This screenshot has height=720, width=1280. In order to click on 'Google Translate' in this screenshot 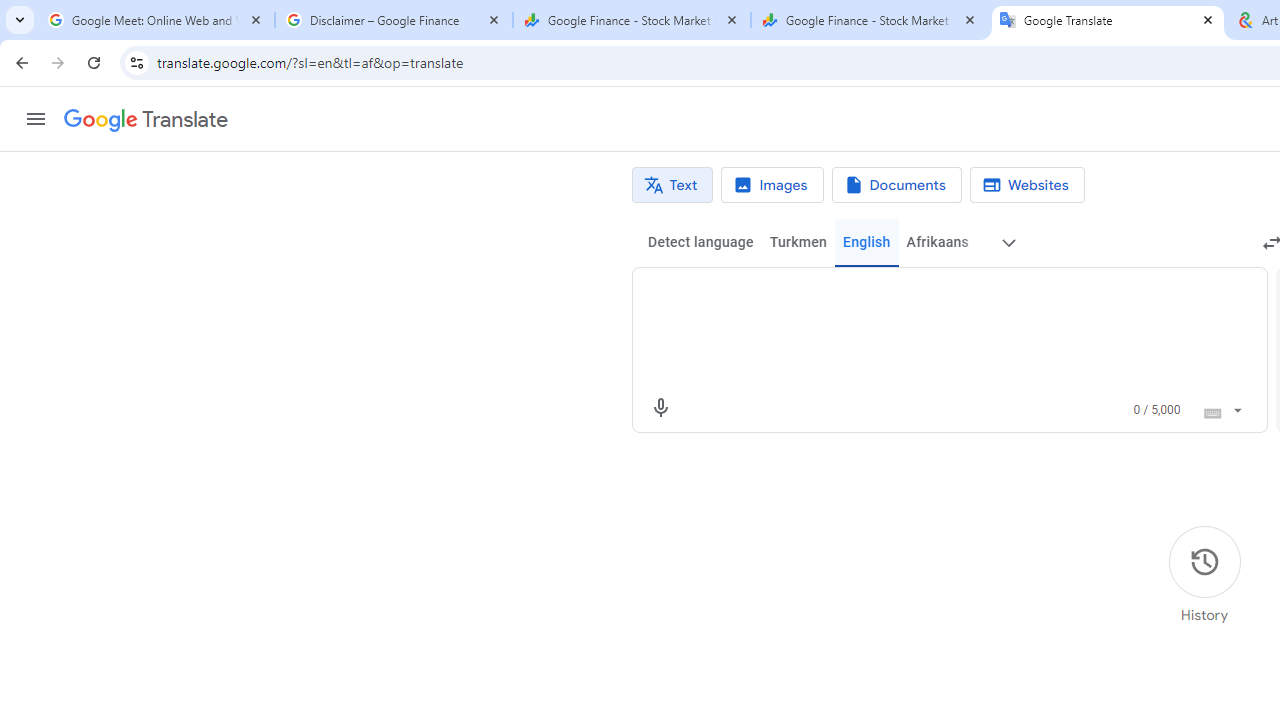, I will do `click(144, 120)`.